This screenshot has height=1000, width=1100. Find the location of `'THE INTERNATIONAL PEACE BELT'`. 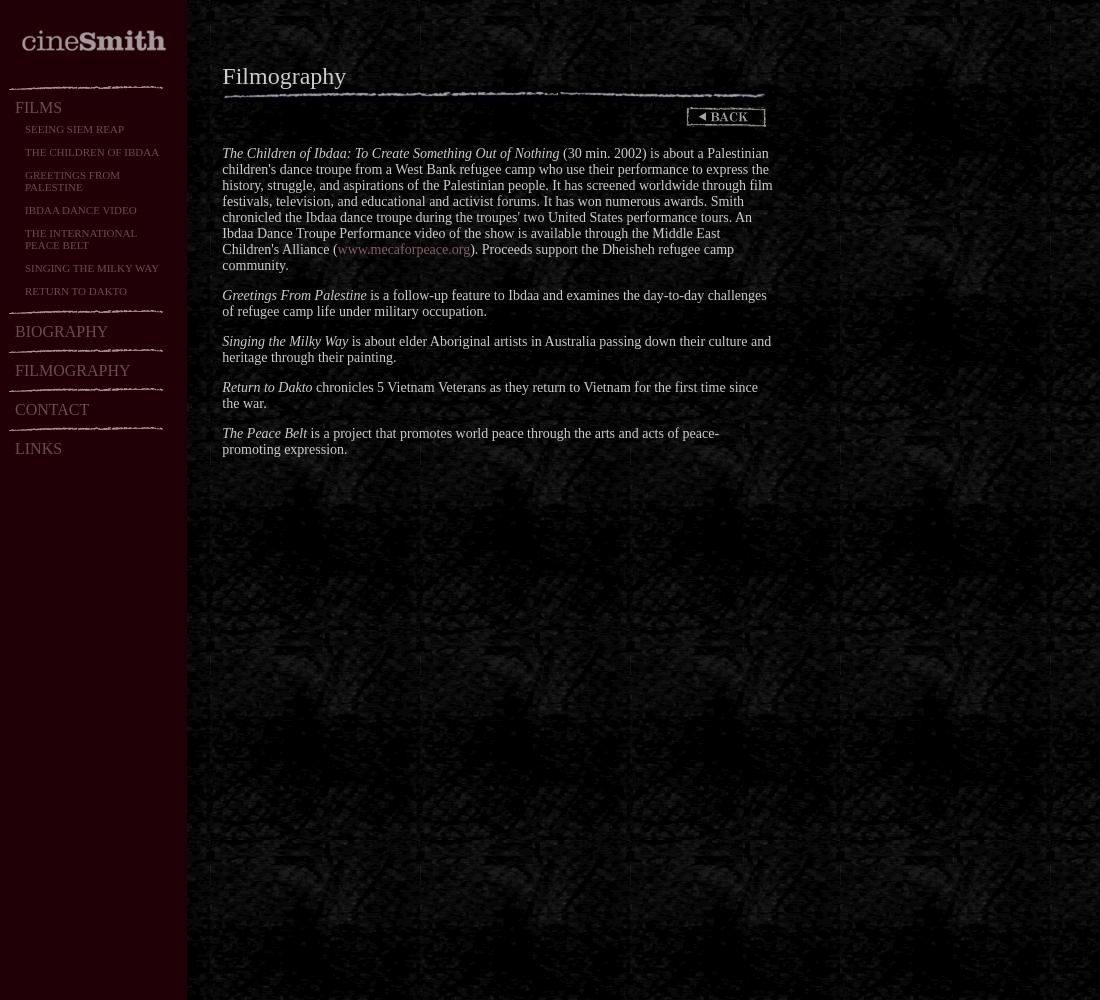

'THE INTERNATIONAL PEACE BELT' is located at coordinates (80, 238).